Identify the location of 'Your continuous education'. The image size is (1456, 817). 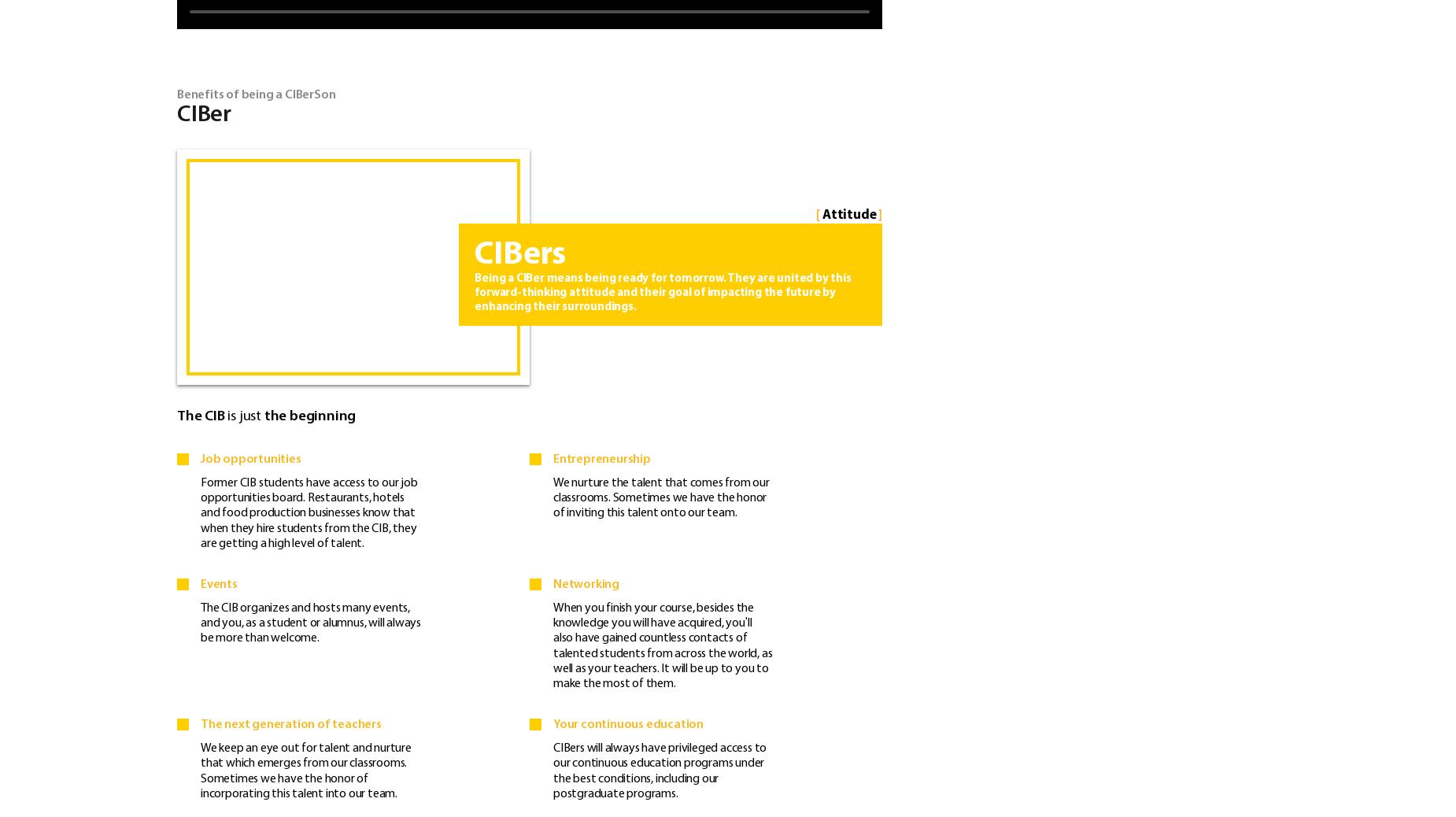
(628, 723).